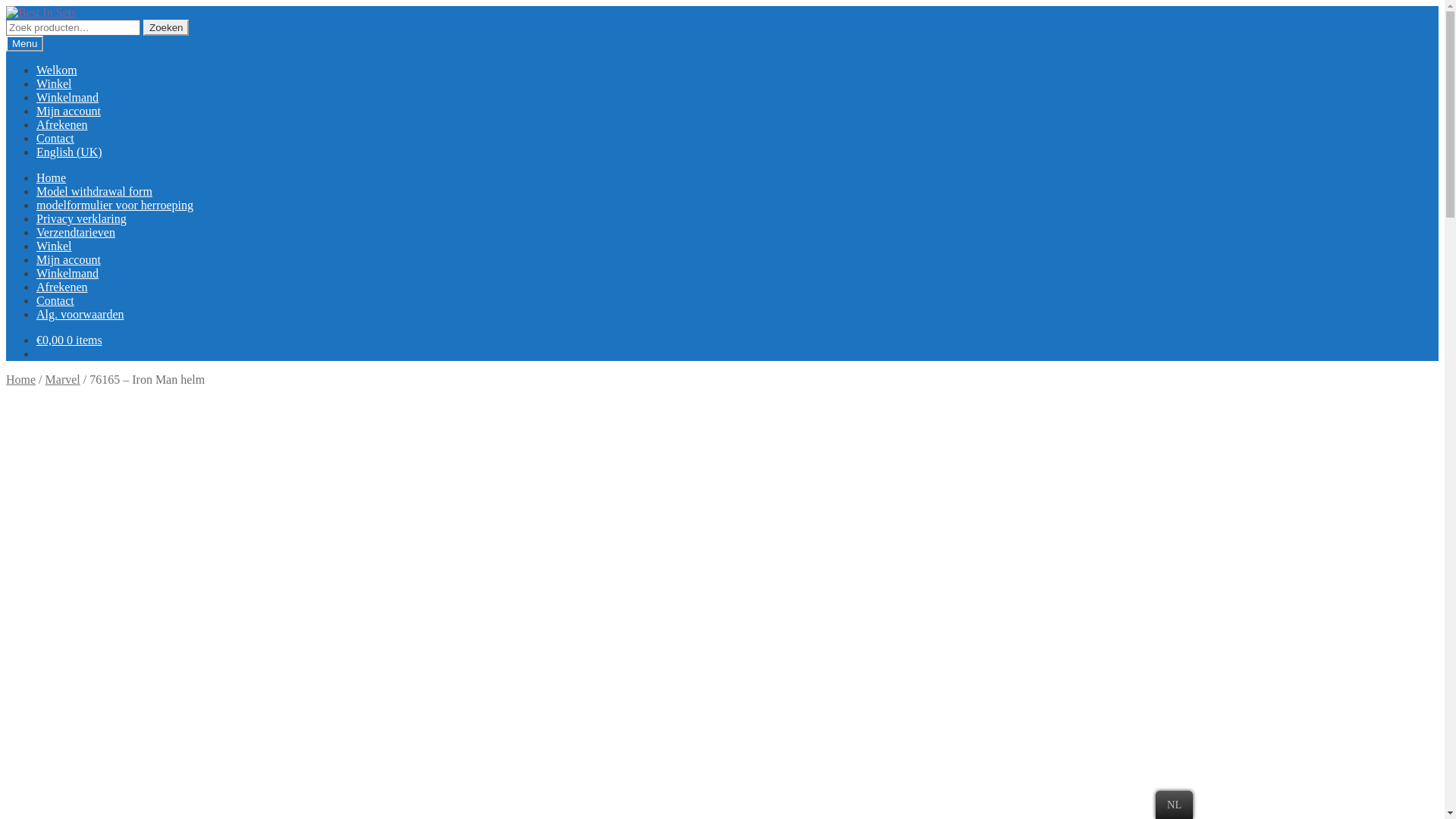 This screenshot has height=819, width=1456. Describe the element at coordinates (36, 205) in the screenshot. I see `'modelformulier voor herroeping'` at that location.